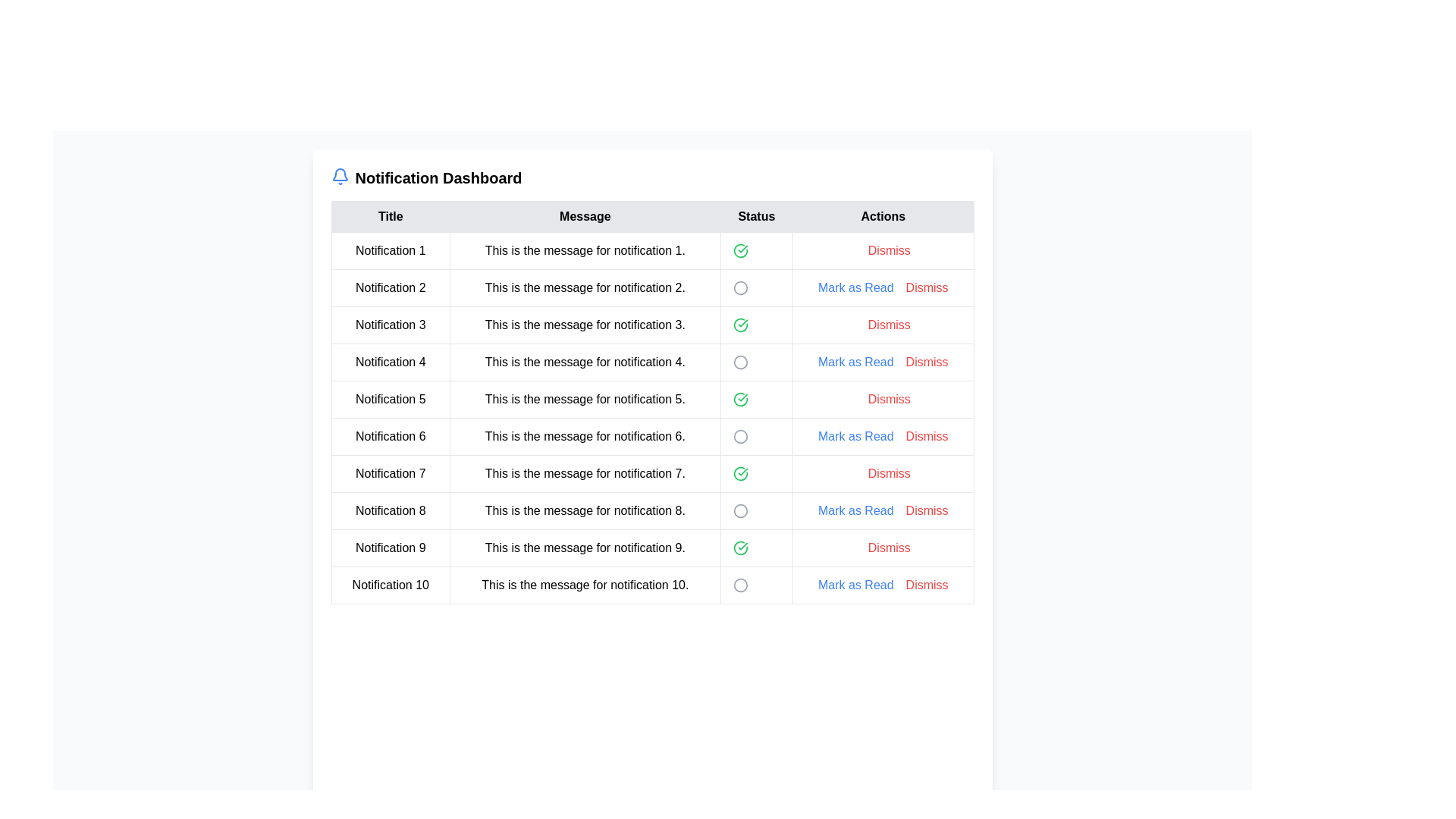  I want to click on the status indication of the Status indicator with a green circle checkmark located in the 'Status' column of the 'Notification 9' row, so click(756, 548).